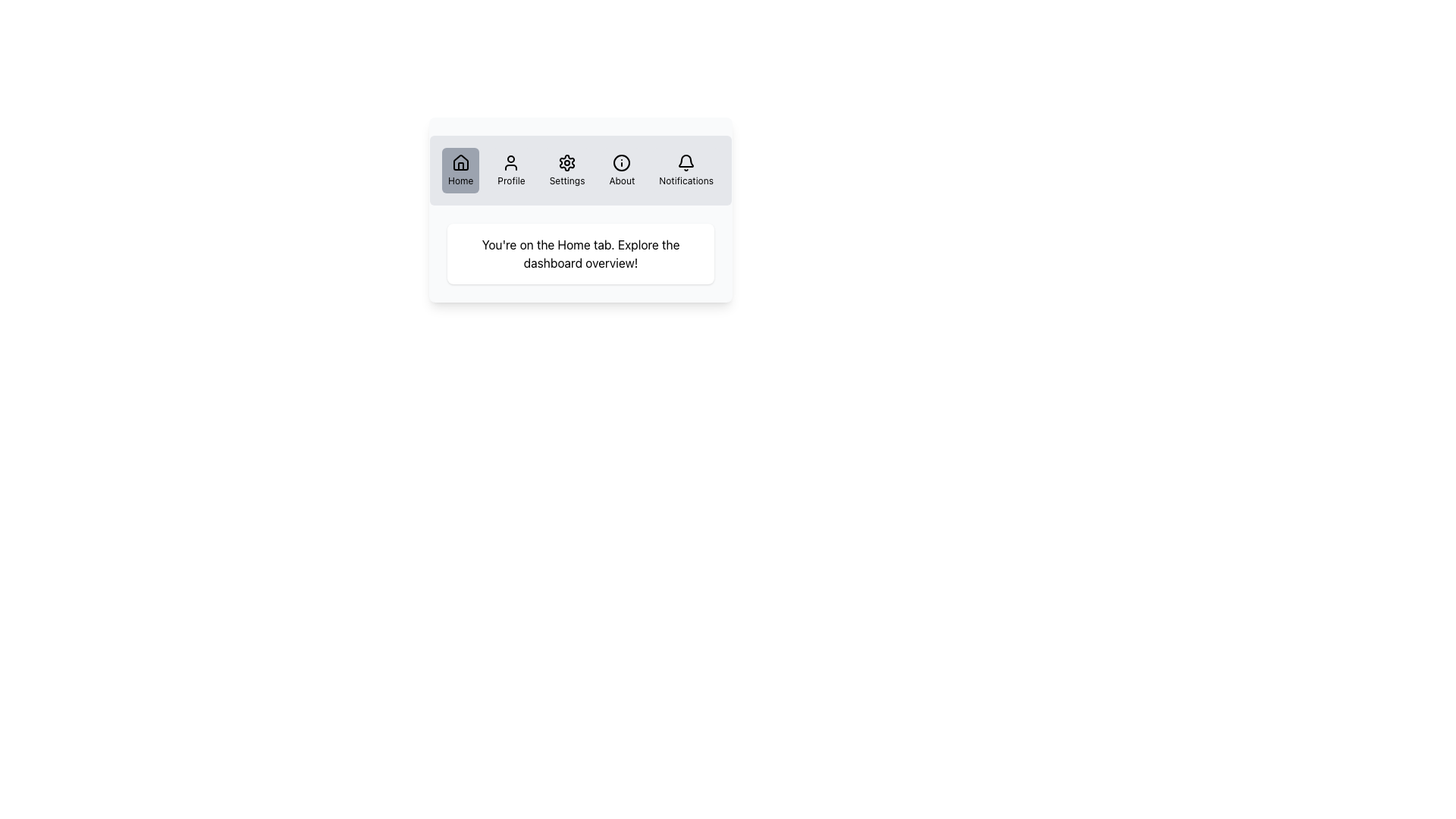 The height and width of the screenshot is (819, 1456). Describe the element at coordinates (460, 170) in the screenshot. I see `the 'Home' button located at the top-left of the navigation bar` at that location.